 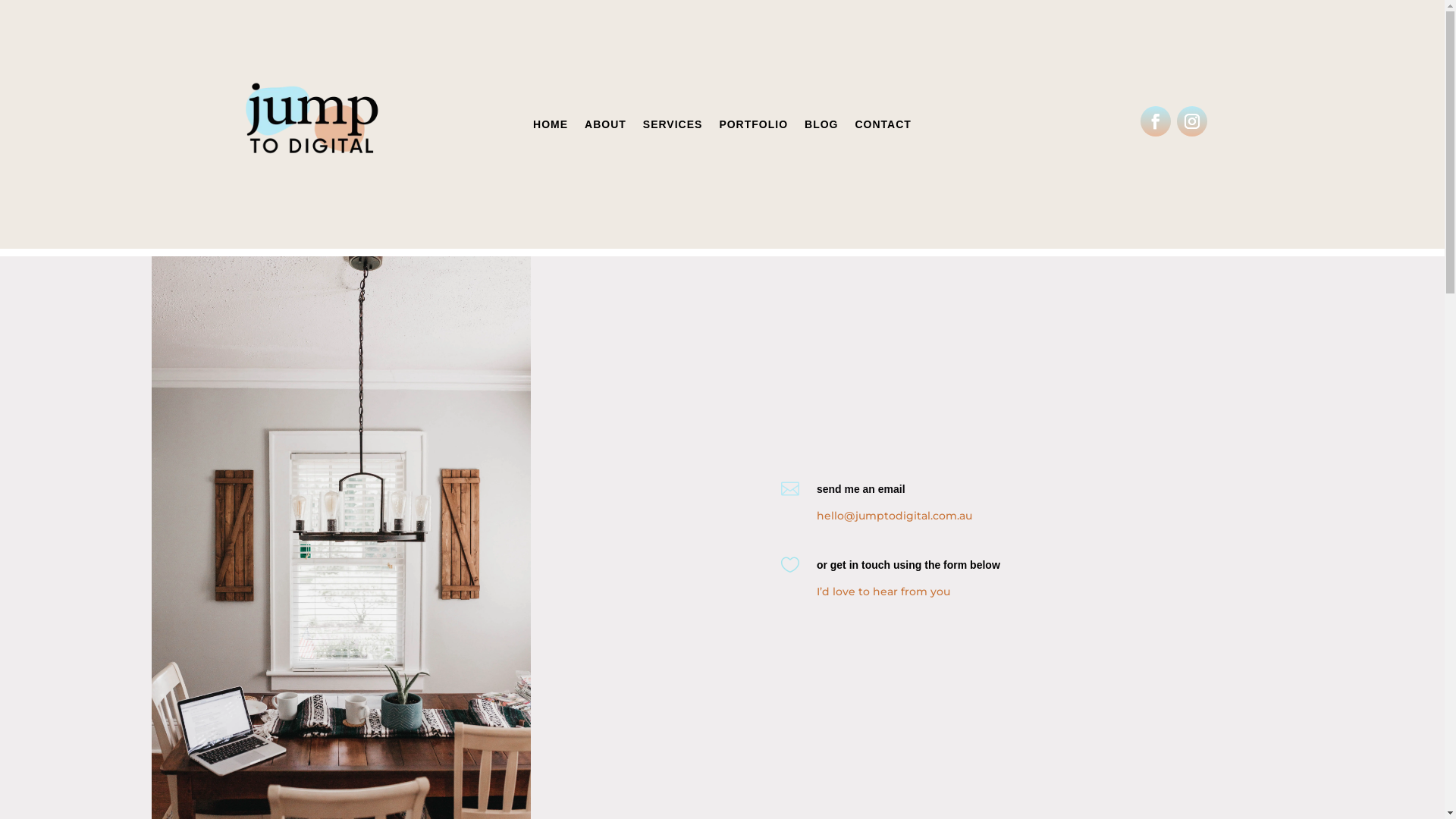 I want to click on 'ABOUT', so click(x=604, y=127).